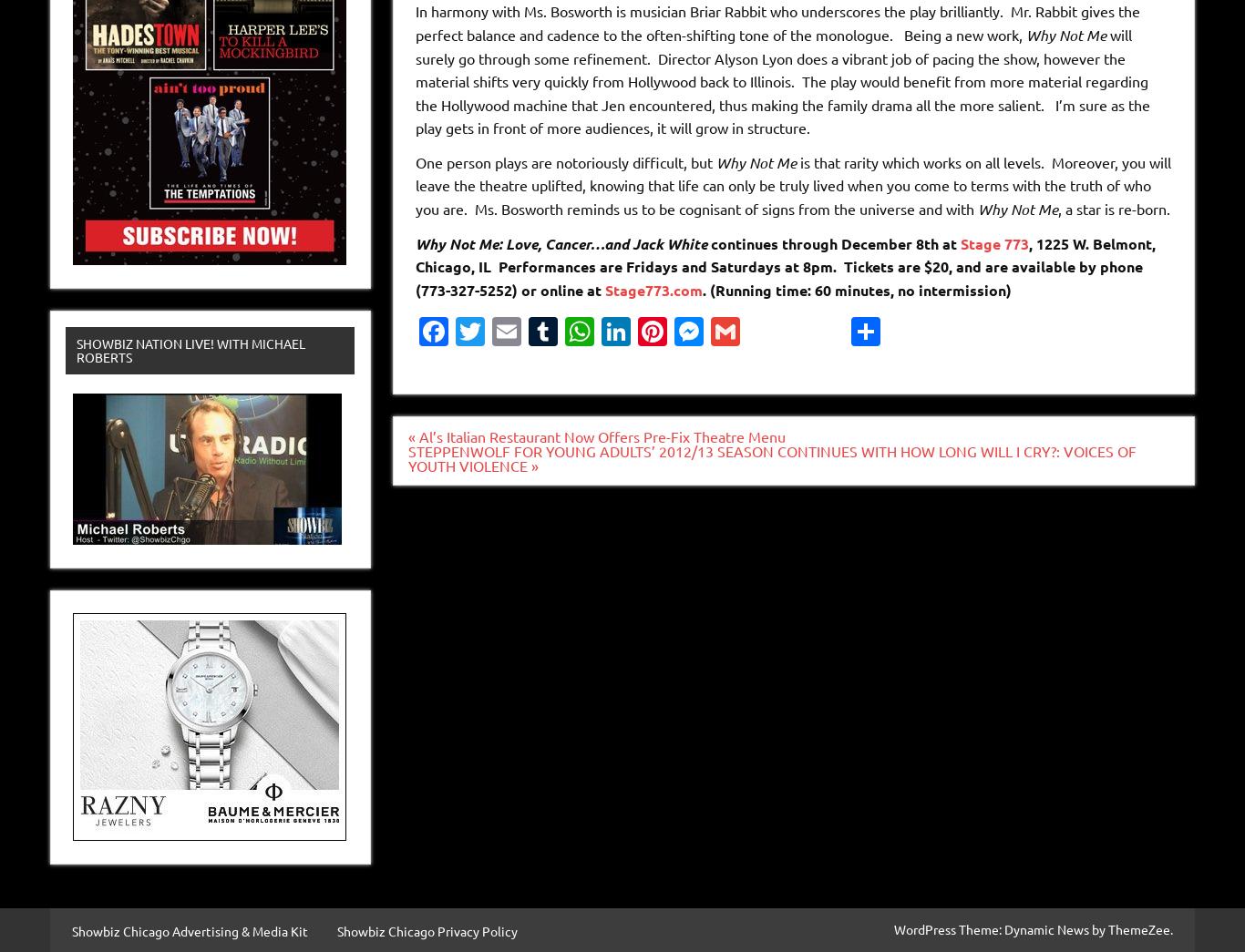 The width and height of the screenshot is (1245, 952). I want to click on 'Twitter', so click(498, 389).